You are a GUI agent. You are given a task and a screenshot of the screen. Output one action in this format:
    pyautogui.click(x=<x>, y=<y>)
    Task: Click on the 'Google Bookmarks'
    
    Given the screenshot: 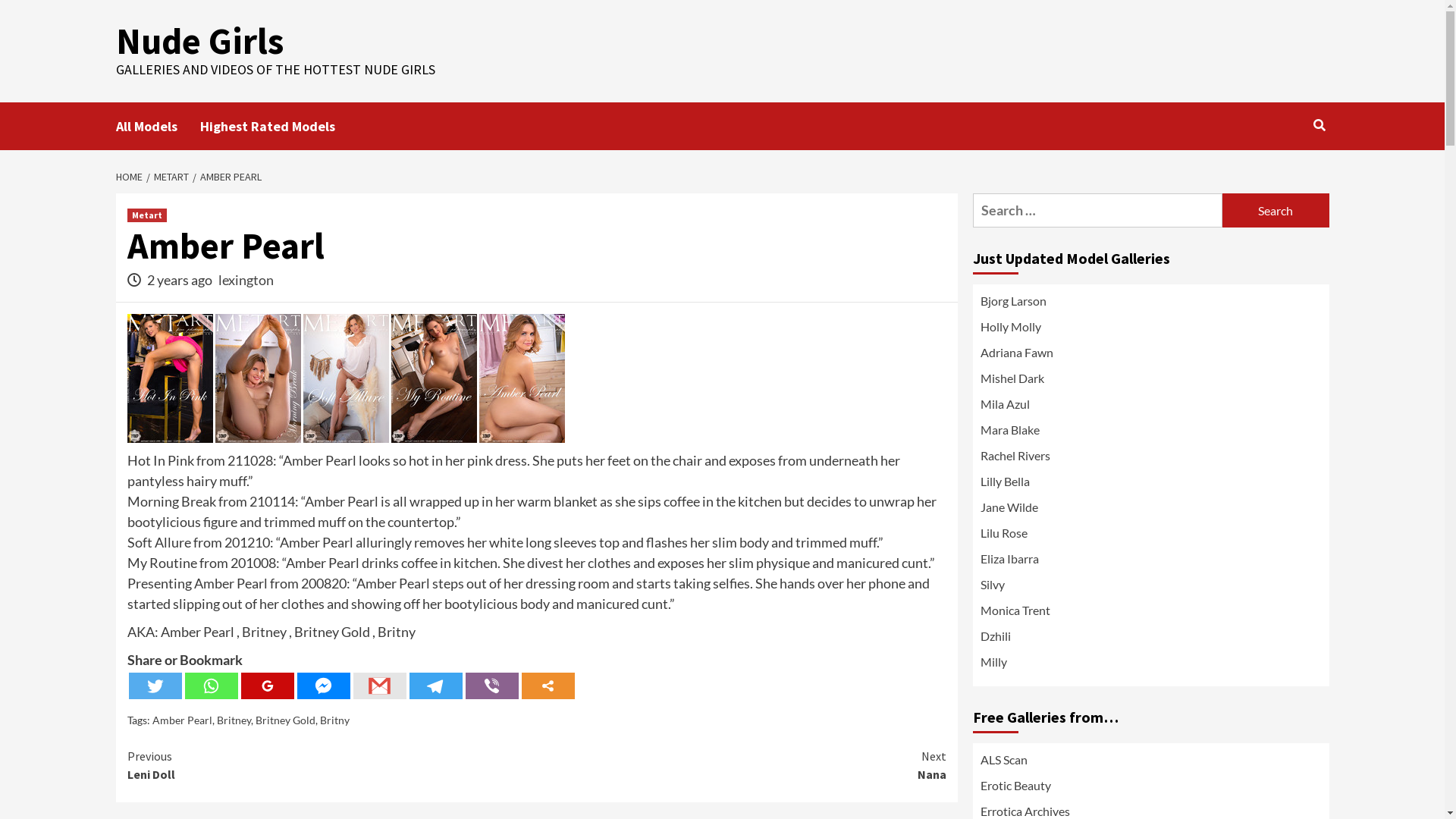 What is the action you would take?
    pyautogui.click(x=268, y=686)
    